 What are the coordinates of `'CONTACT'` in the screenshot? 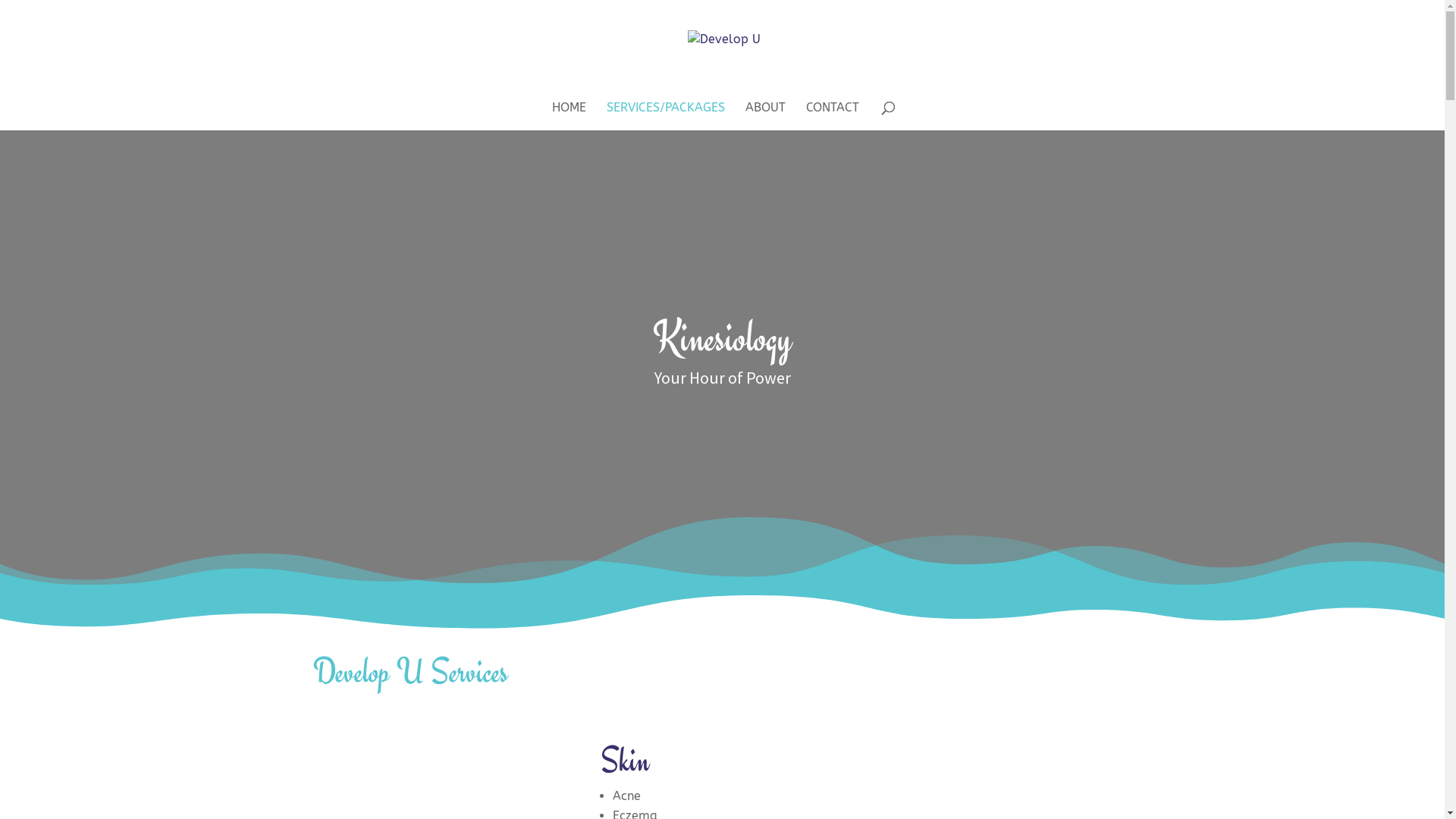 It's located at (831, 115).